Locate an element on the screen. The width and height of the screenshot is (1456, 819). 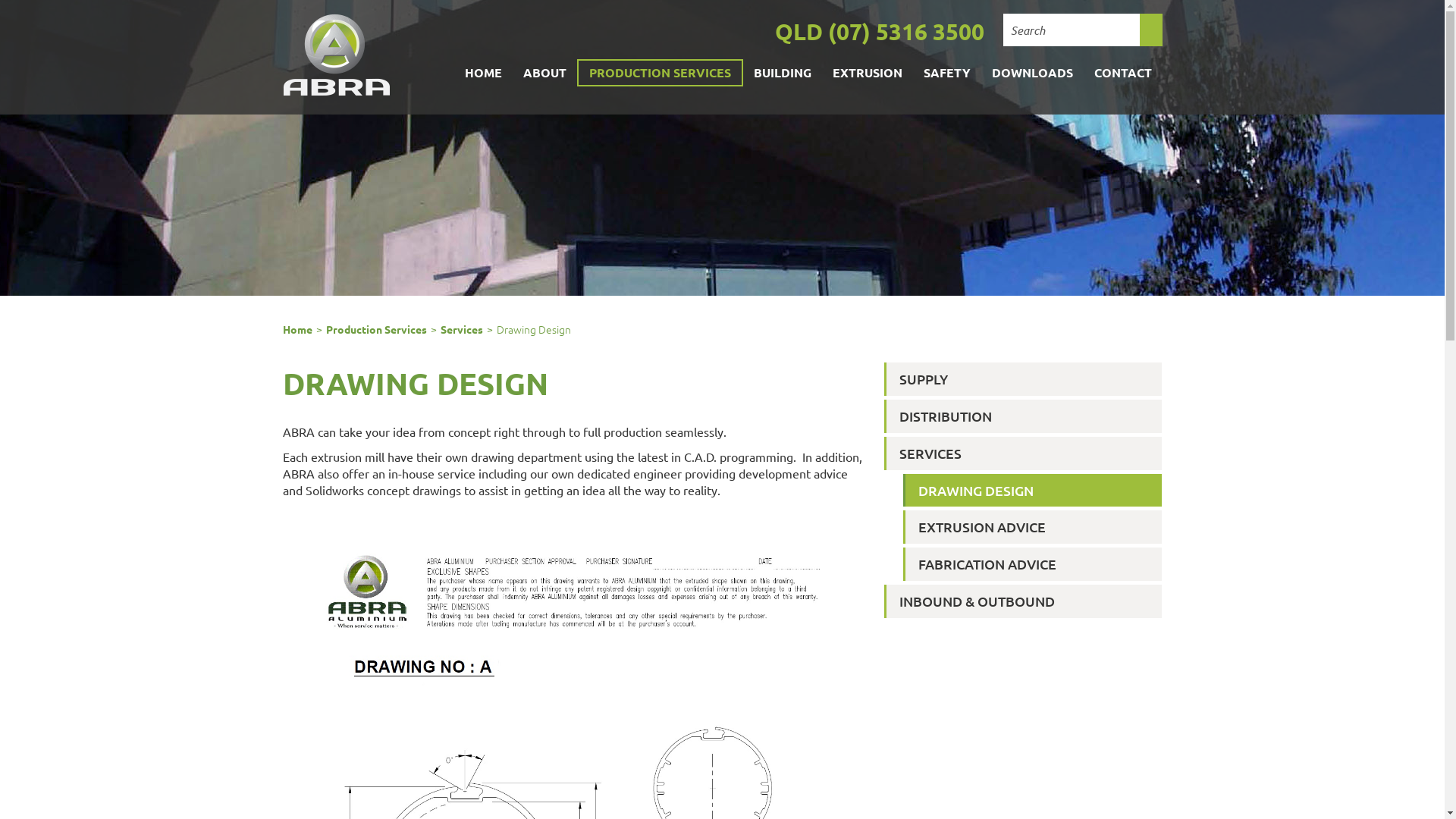
'DRAWING DESIGN' is located at coordinates (1032, 491).